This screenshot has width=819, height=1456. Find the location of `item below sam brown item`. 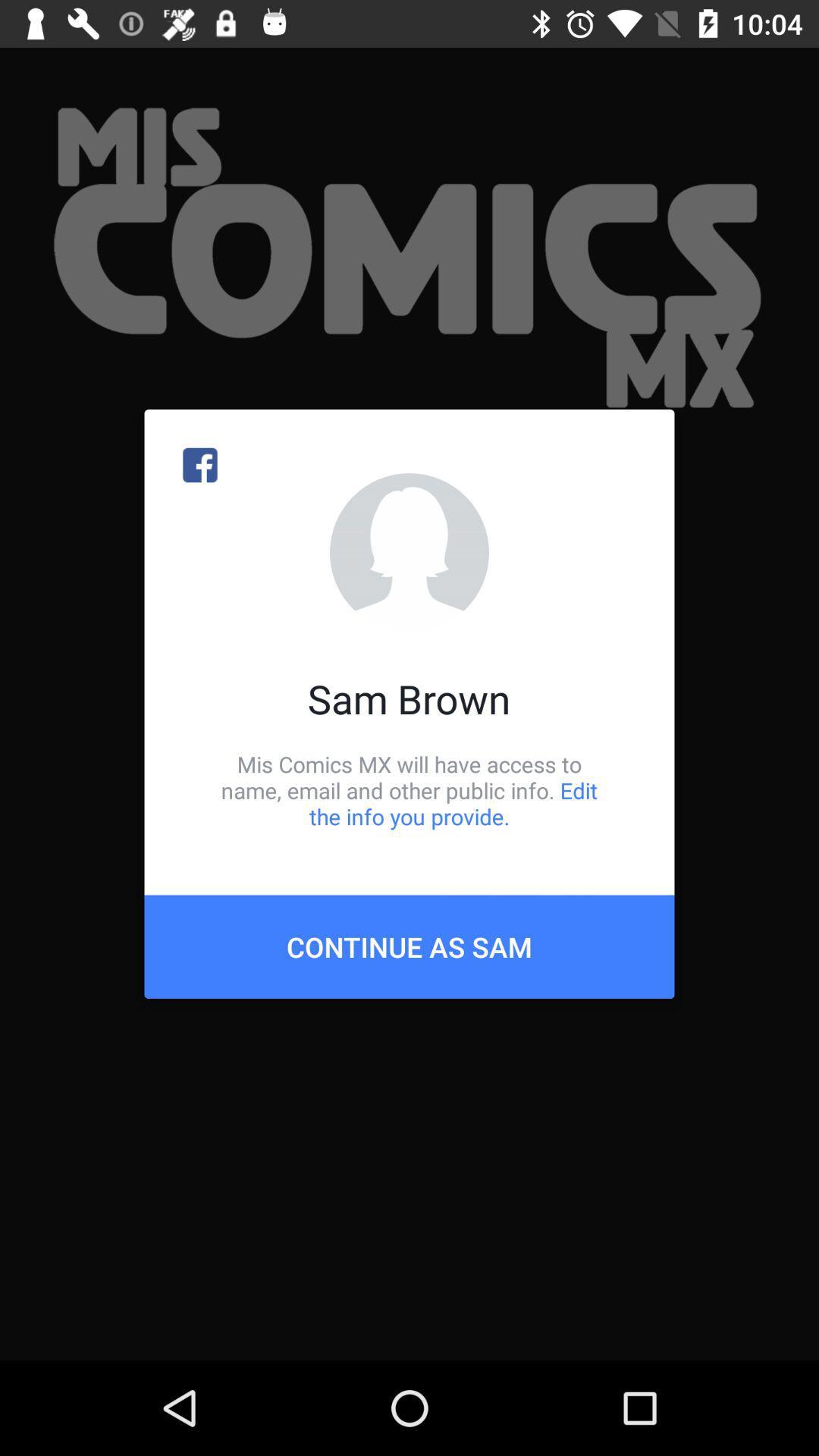

item below sam brown item is located at coordinates (409, 789).